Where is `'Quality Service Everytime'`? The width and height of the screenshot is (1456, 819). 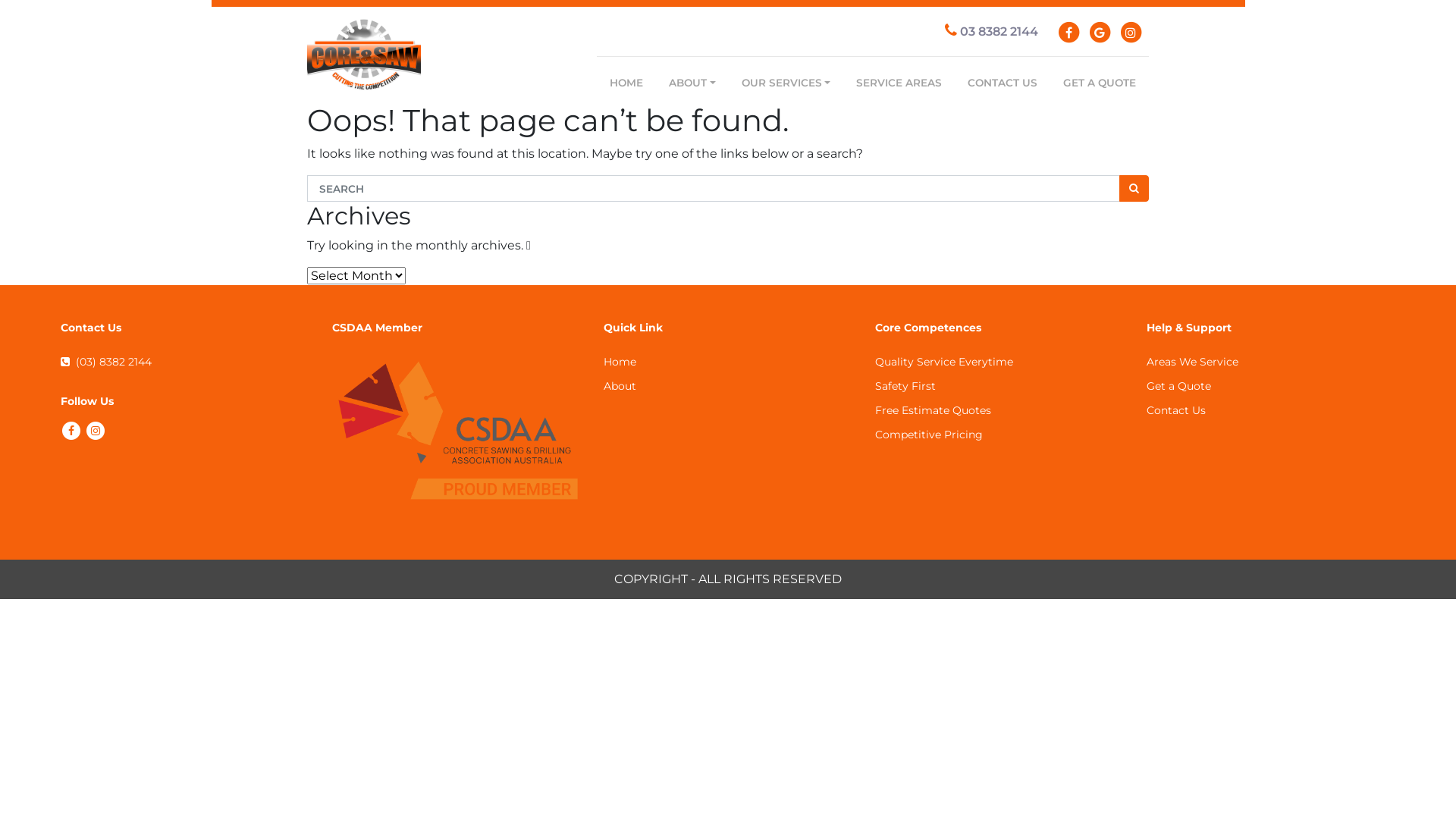
'Quality Service Everytime' is located at coordinates (943, 362).